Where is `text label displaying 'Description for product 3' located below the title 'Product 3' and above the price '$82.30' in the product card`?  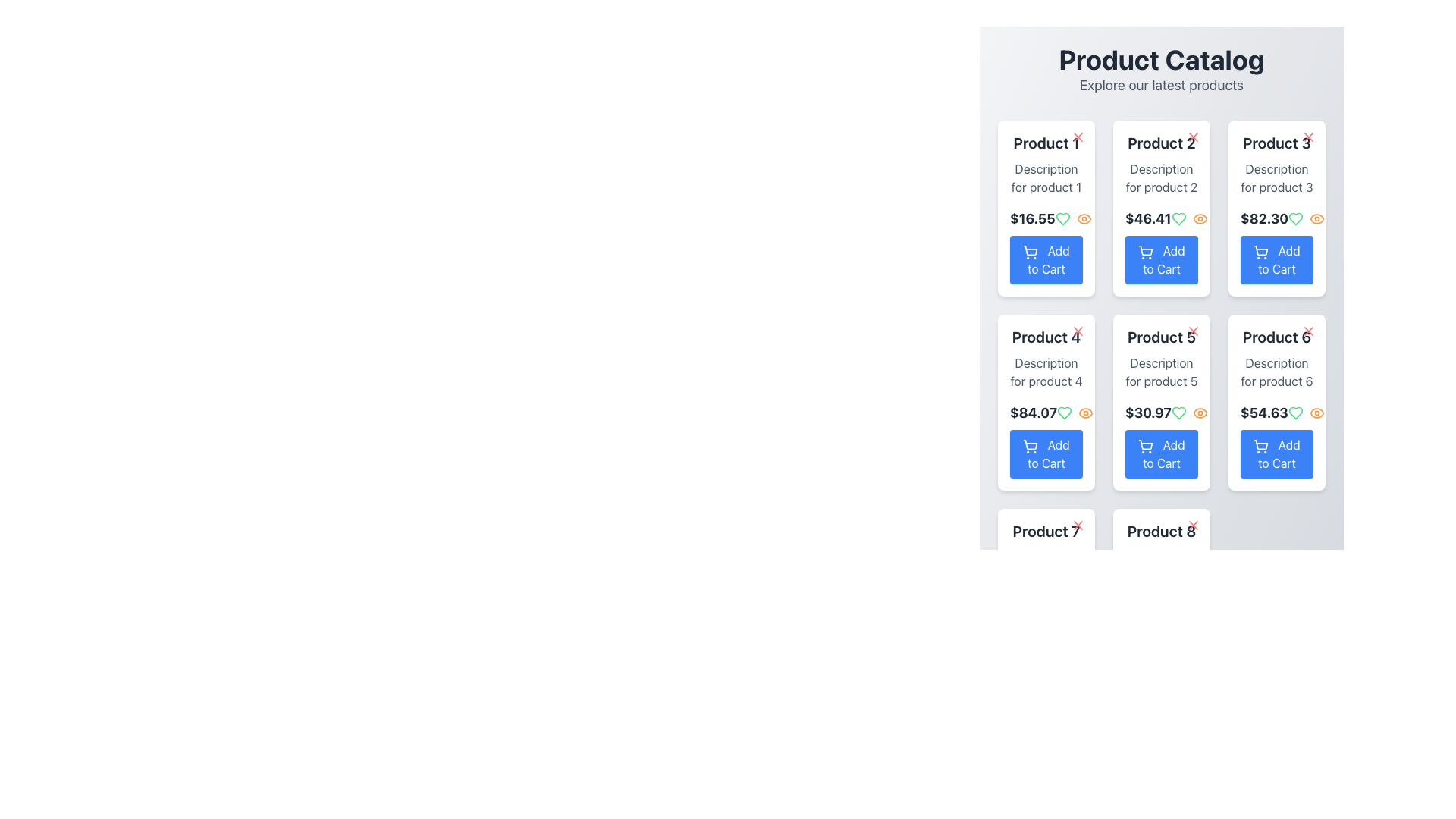 text label displaying 'Description for product 3' located below the title 'Product 3' and above the price '$82.30' in the product card is located at coordinates (1276, 177).